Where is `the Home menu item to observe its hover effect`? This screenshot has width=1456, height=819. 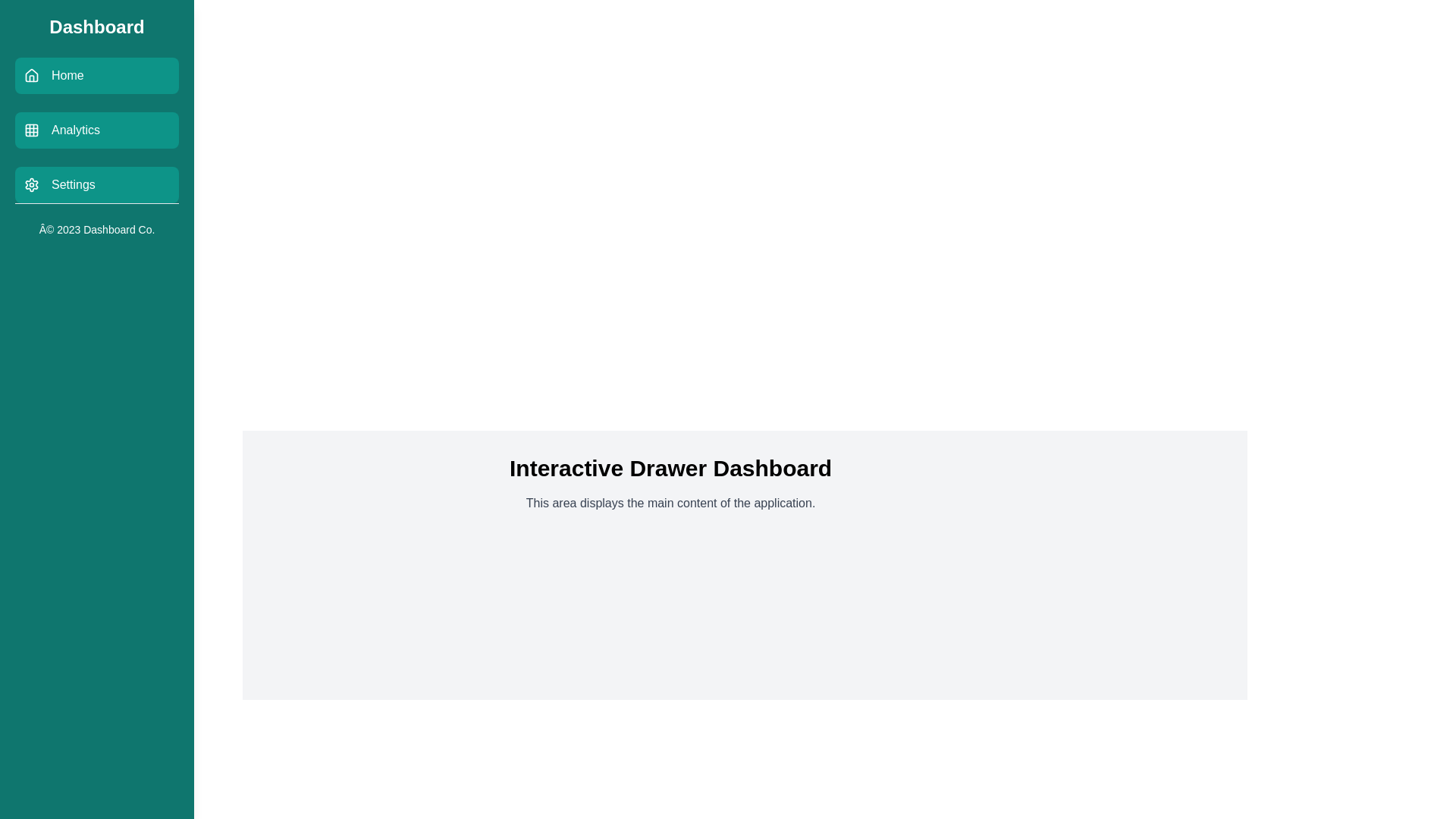 the Home menu item to observe its hover effect is located at coordinates (96, 76).